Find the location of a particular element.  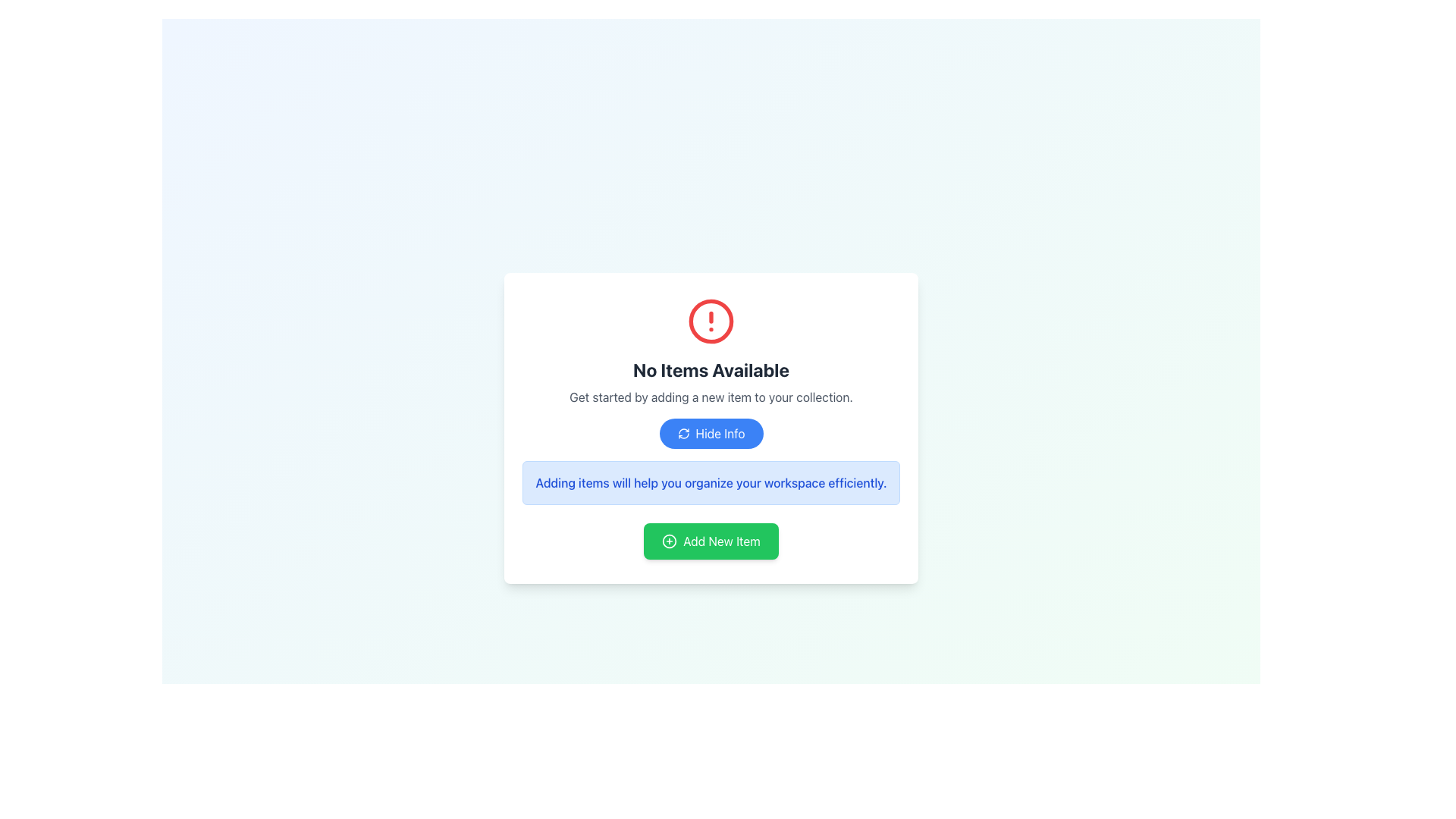

the circular refresh icon located to the left of the 'Hide Info' button on the main interface is located at coordinates (682, 433).